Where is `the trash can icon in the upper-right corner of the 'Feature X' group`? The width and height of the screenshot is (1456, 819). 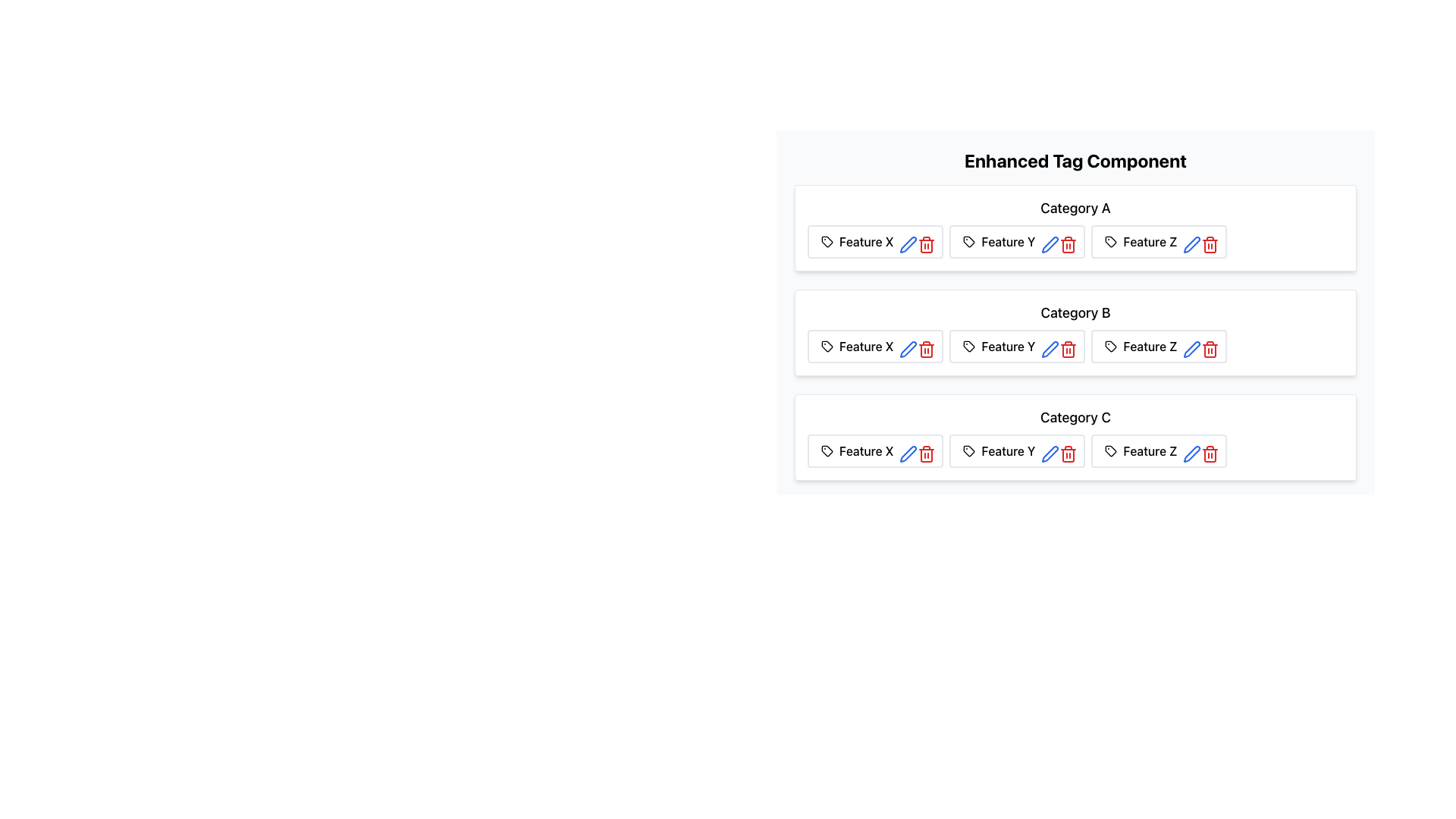 the trash can icon in the upper-right corner of the 'Feature X' group is located at coordinates (923, 241).